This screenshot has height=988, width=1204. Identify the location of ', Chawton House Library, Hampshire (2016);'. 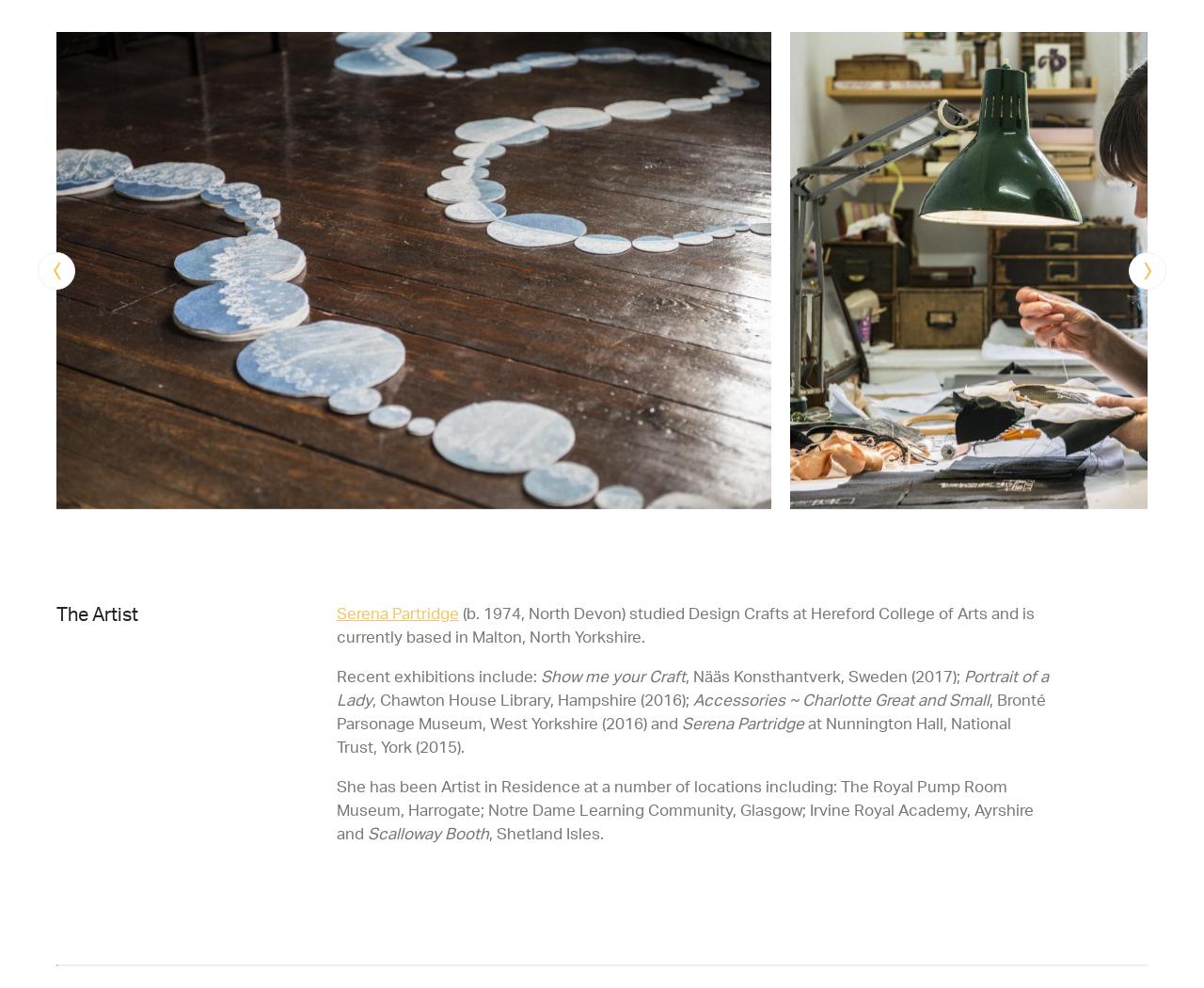
(531, 697).